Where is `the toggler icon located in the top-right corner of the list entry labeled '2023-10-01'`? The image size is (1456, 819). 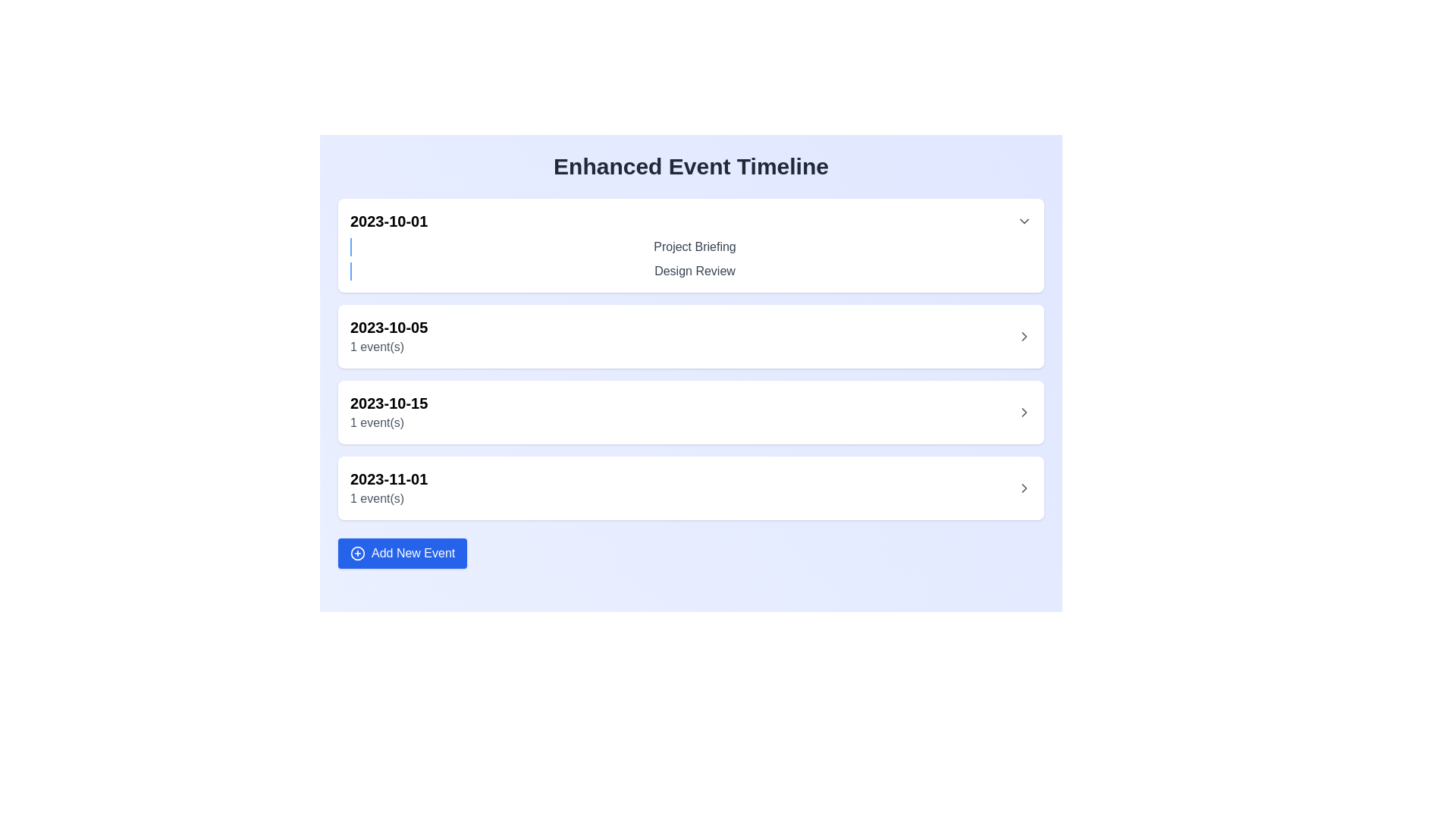 the toggler icon located in the top-right corner of the list entry labeled '2023-10-01' is located at coordinates (1024, 221).